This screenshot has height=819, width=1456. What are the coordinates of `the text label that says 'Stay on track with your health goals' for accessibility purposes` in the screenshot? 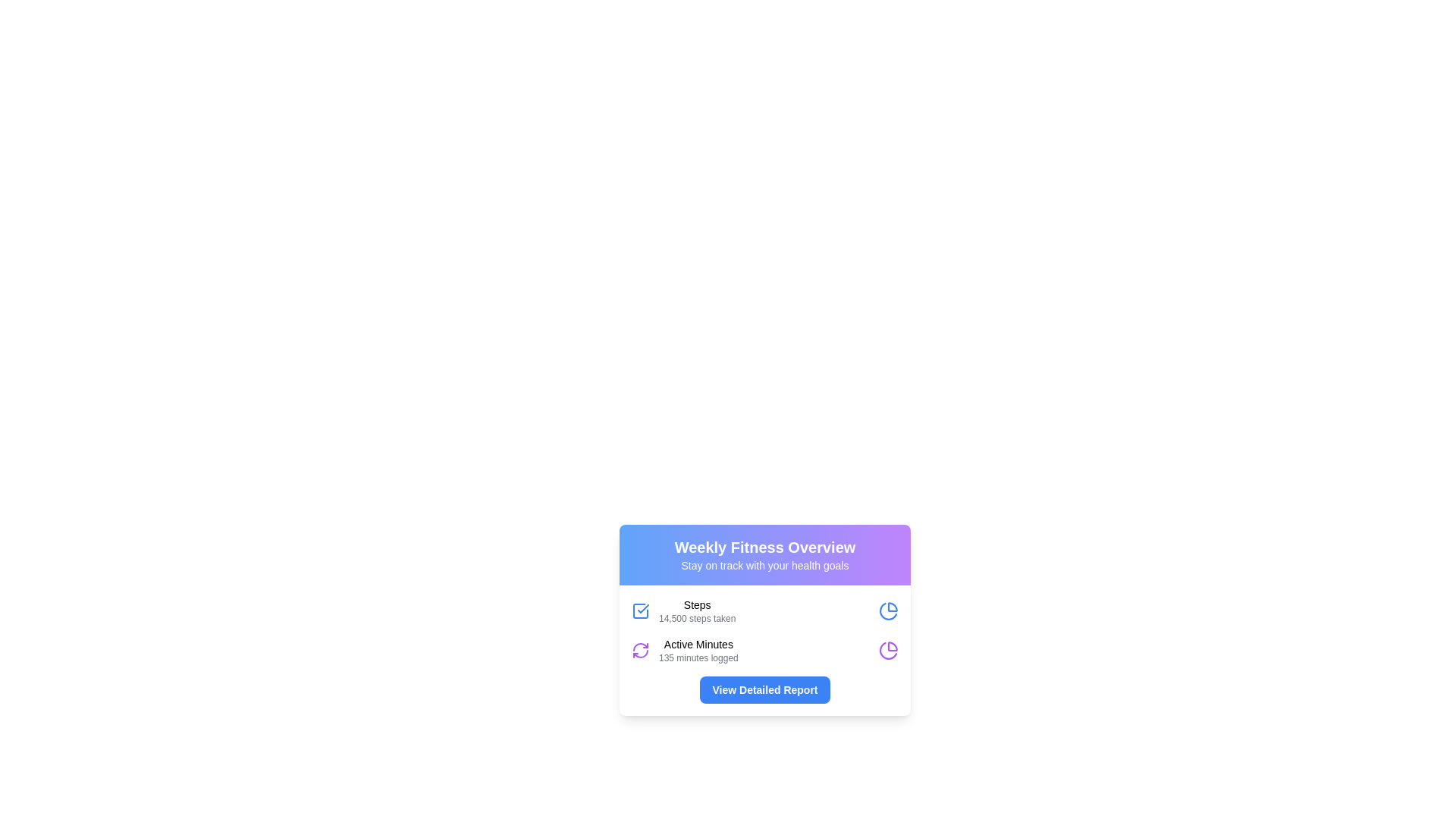 It's located at (764, 565).